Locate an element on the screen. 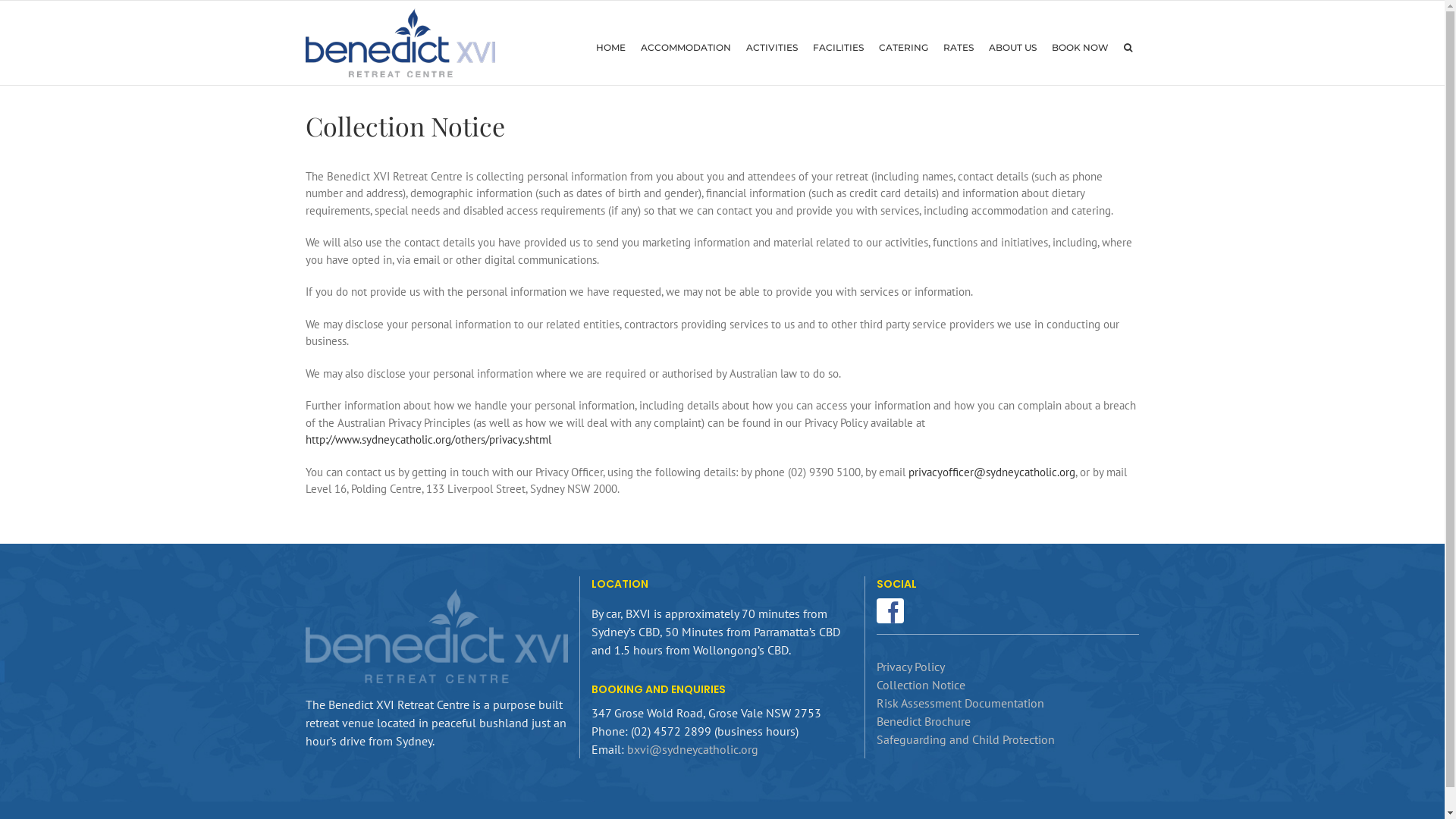 The width and height of the screenshot is (1456, 819). 'Collection Notice' is located at coordinates (920, 684).